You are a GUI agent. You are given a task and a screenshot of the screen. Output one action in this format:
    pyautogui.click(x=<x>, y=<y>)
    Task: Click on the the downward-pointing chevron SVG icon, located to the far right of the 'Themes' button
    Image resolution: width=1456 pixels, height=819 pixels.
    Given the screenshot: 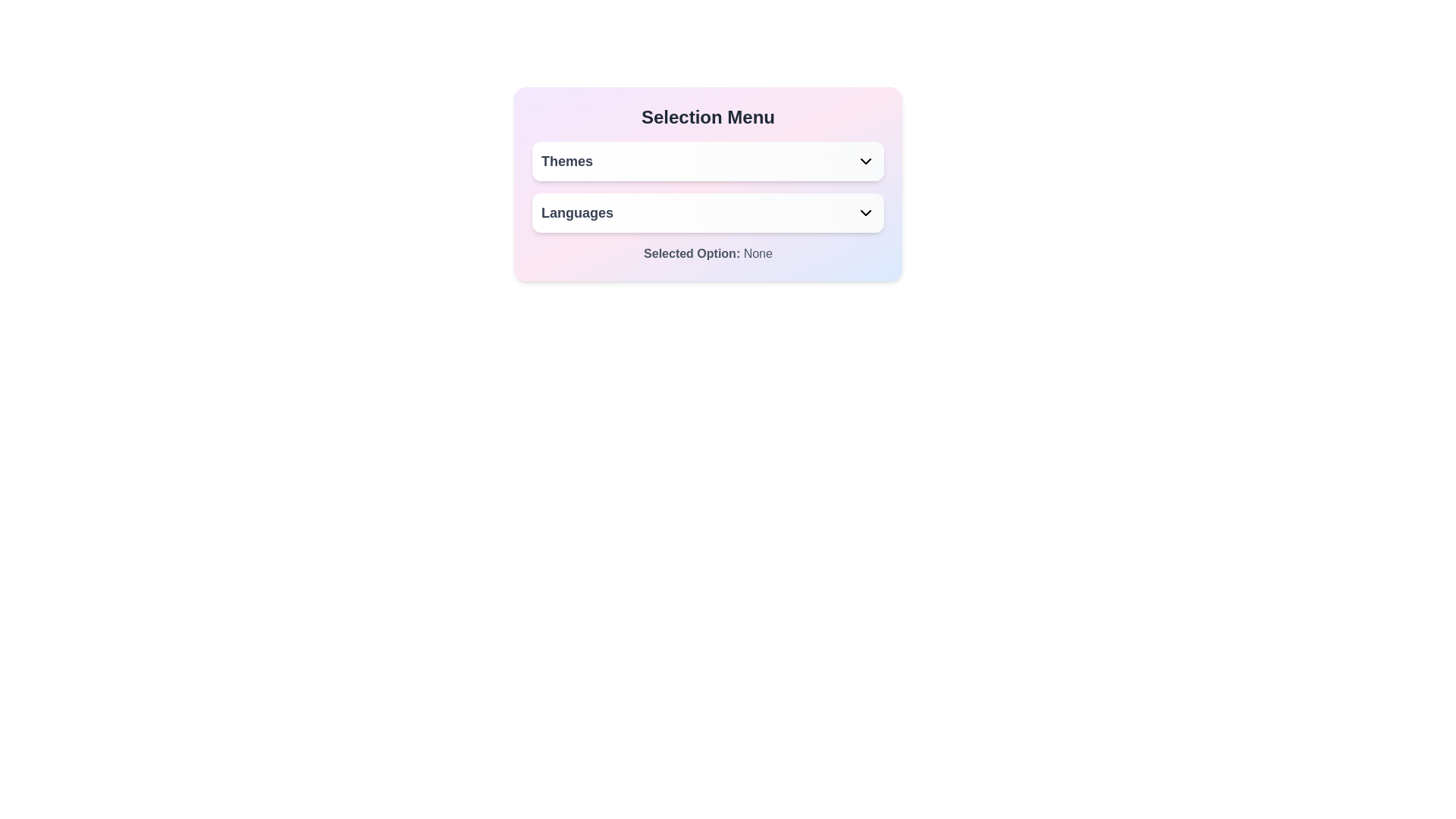 What is the action you would take?
    pyautogui.click(x=866, y=161)
    